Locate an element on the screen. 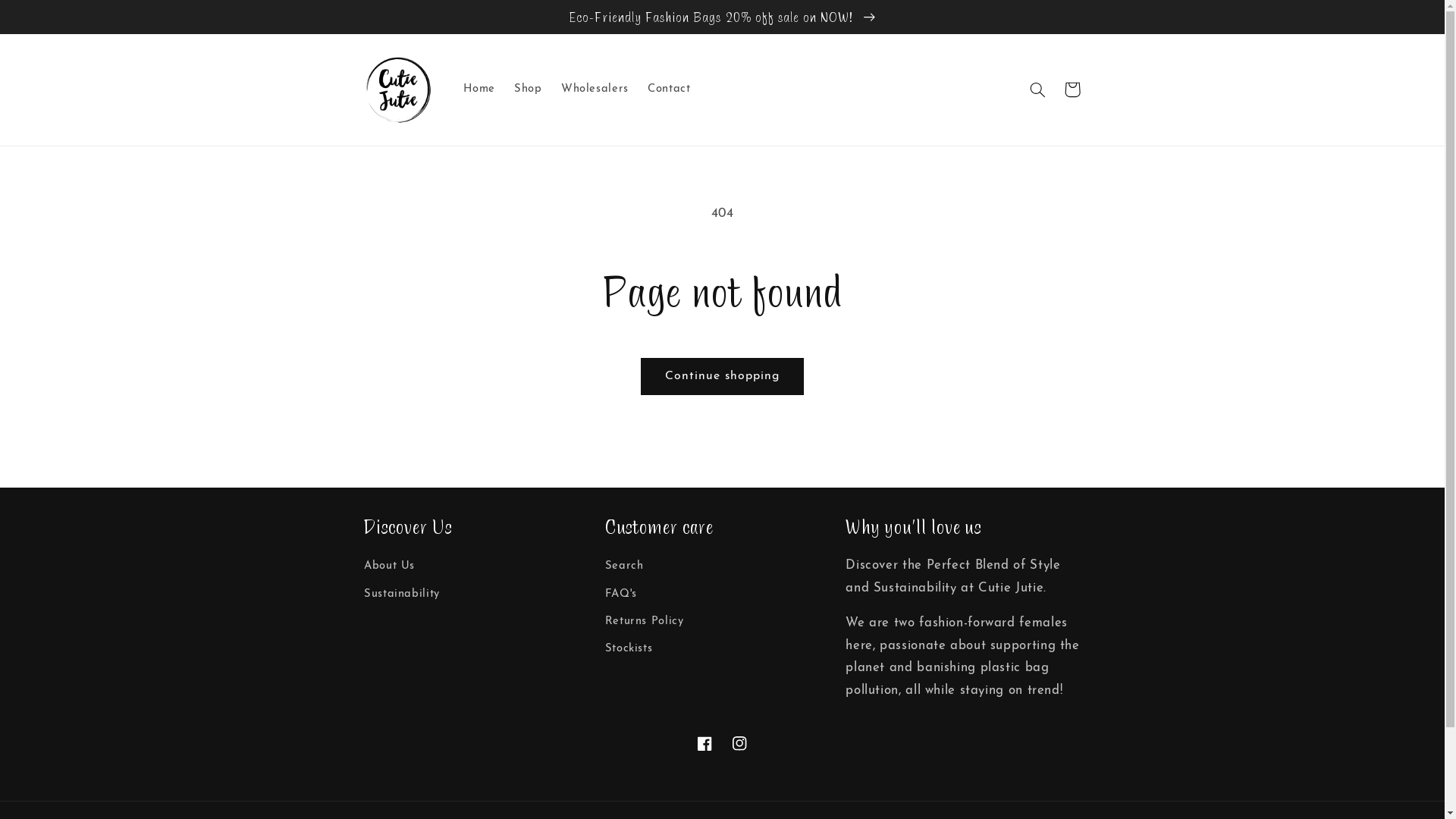  'Contact' is located at coordinates (668, 89).